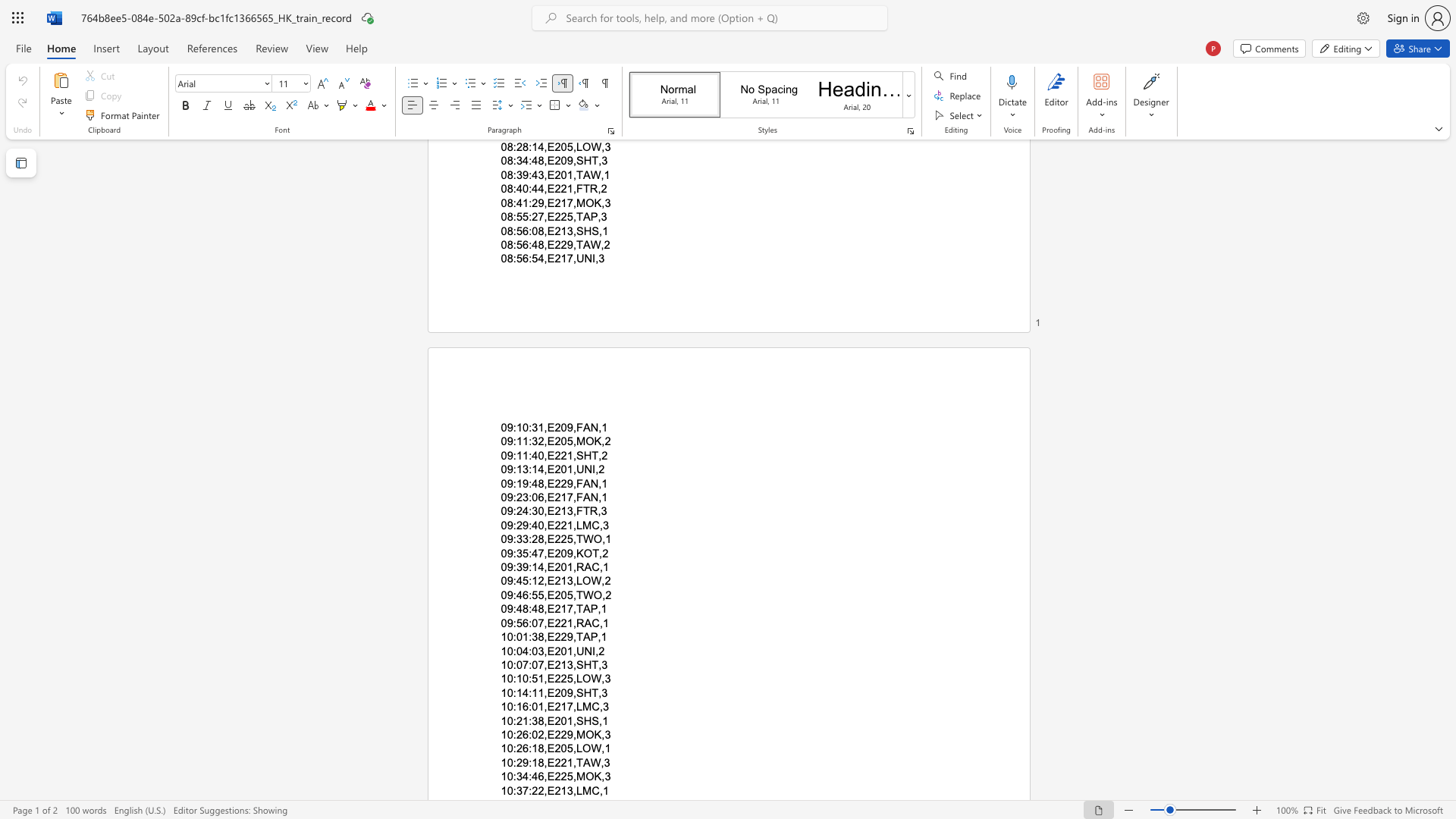  Describe the element at coordinates (566, 637) in the screenshot. I see `the subset text "9,TAP,1" within the text "10:01:38,E229,TAP,1"` at that location.